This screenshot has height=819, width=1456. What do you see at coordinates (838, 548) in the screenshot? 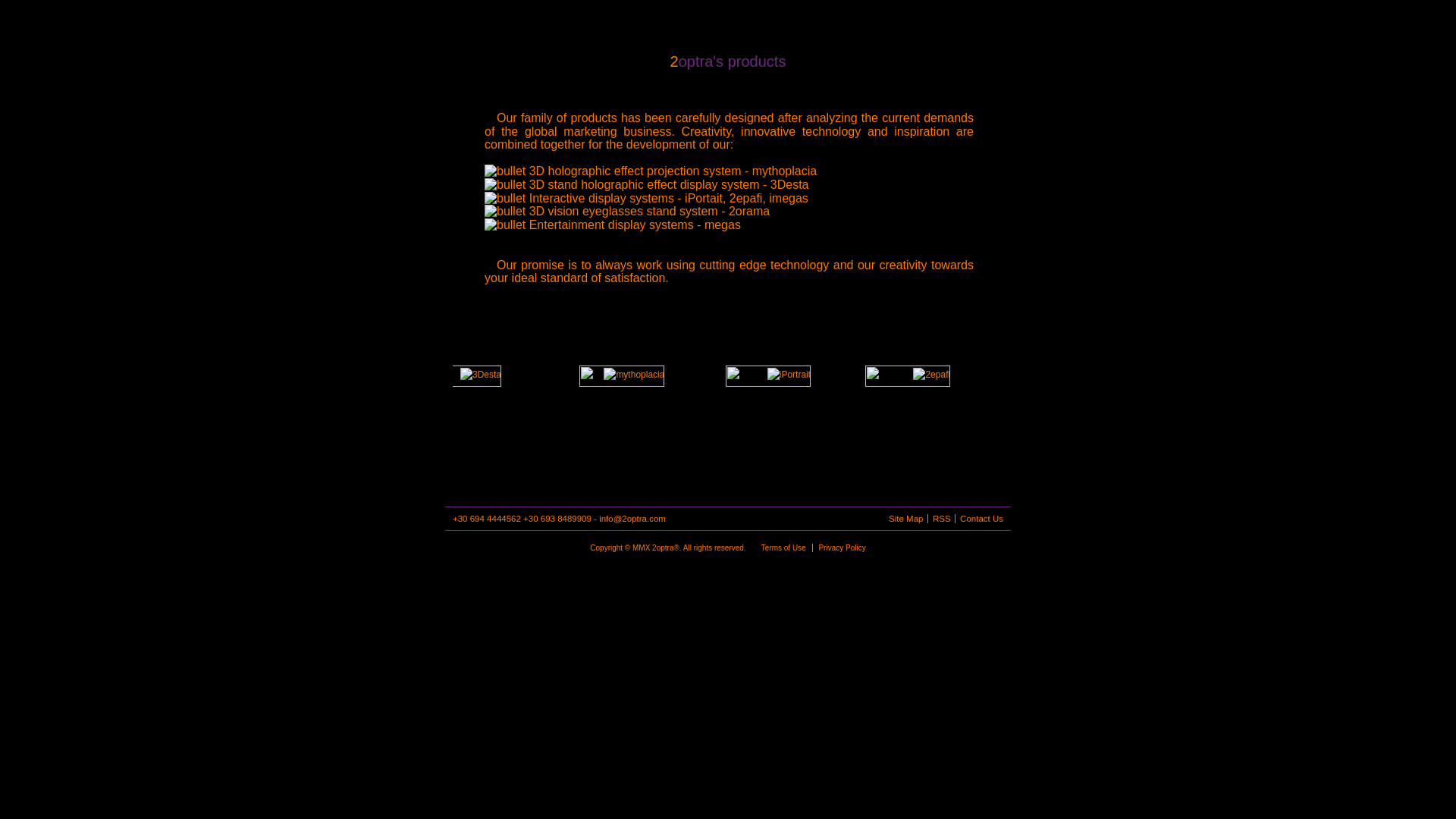
I see `'Privacy Policy'` at bounding box center [838, 548].